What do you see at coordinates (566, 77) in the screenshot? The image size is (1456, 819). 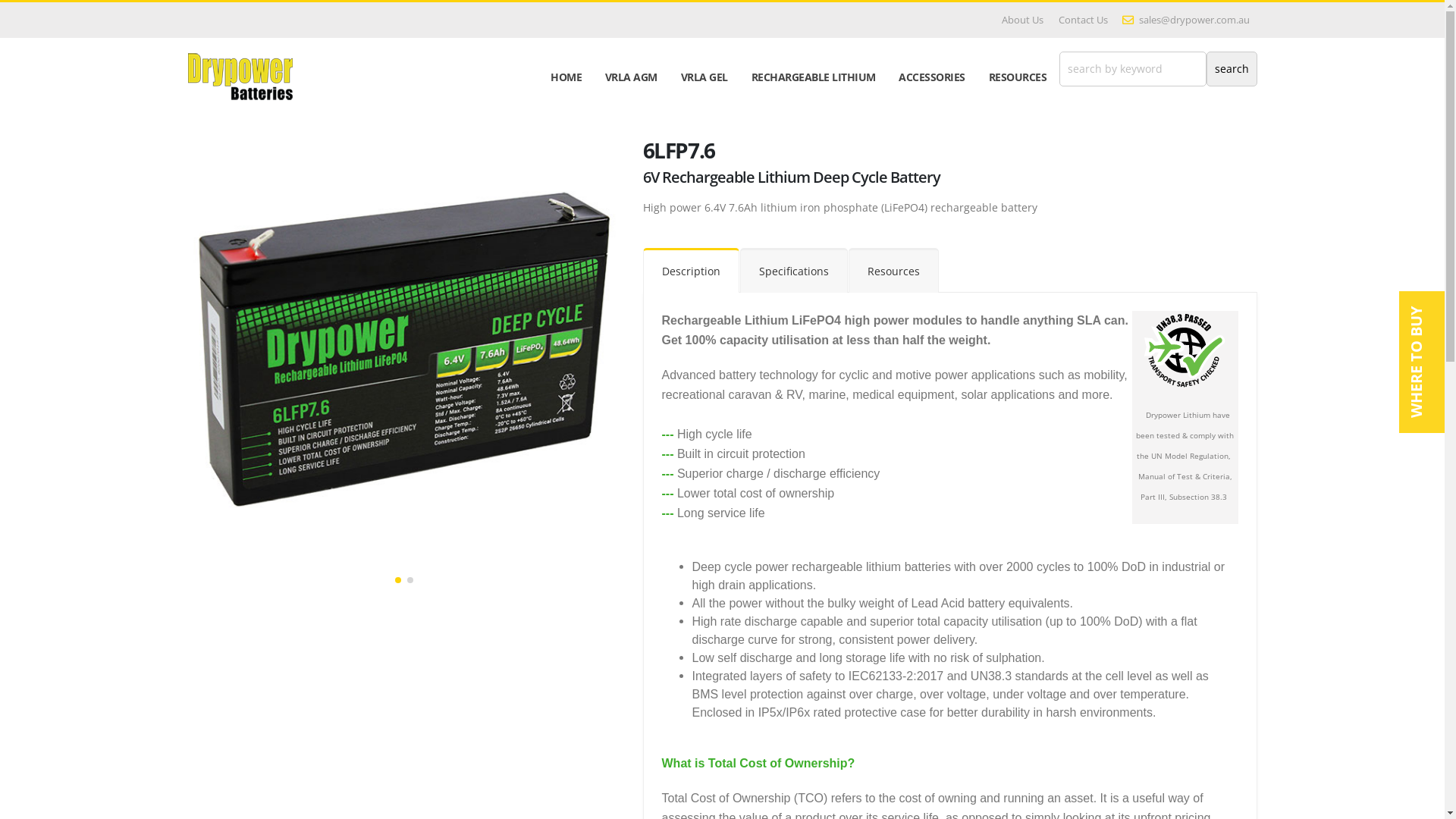 I see `'HOME'` at bounding box center [566, 77].